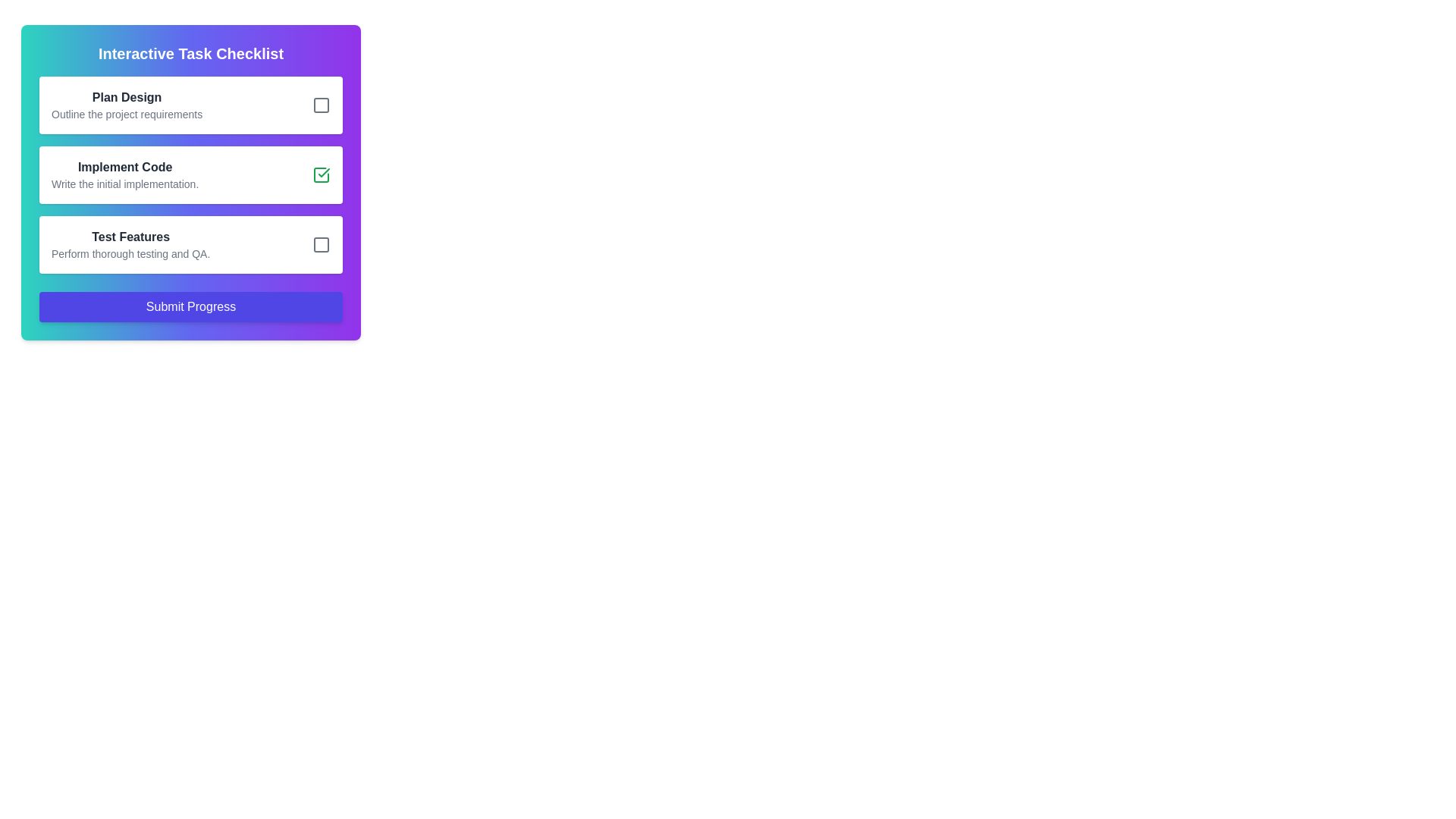 The width and height of the screenshot is (1456, 819). I want to click on the static text element that provides supplementary information regarding the task titled 'Plan Design', which is located beneath the title and above a checkbox, so click(127, 113).